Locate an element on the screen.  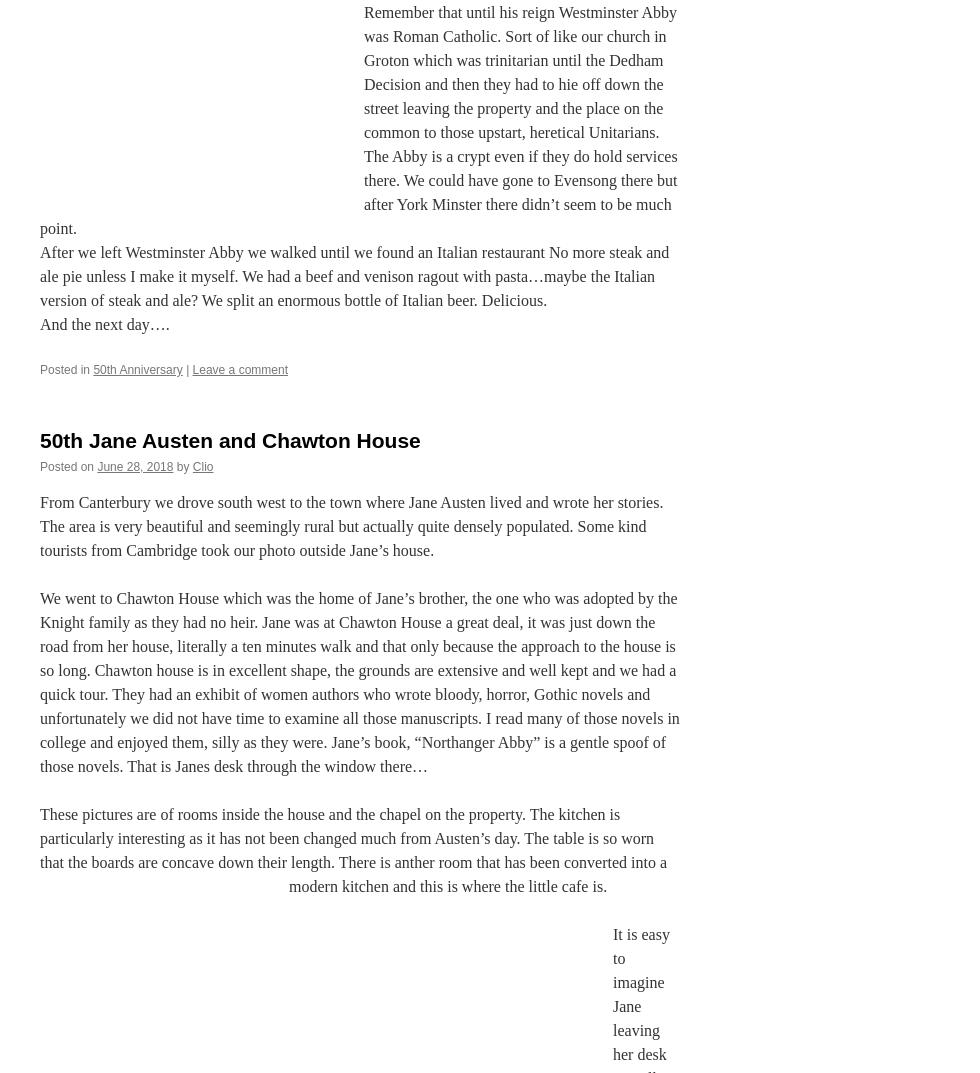
'Clio' is located at coordinates (202, 466).